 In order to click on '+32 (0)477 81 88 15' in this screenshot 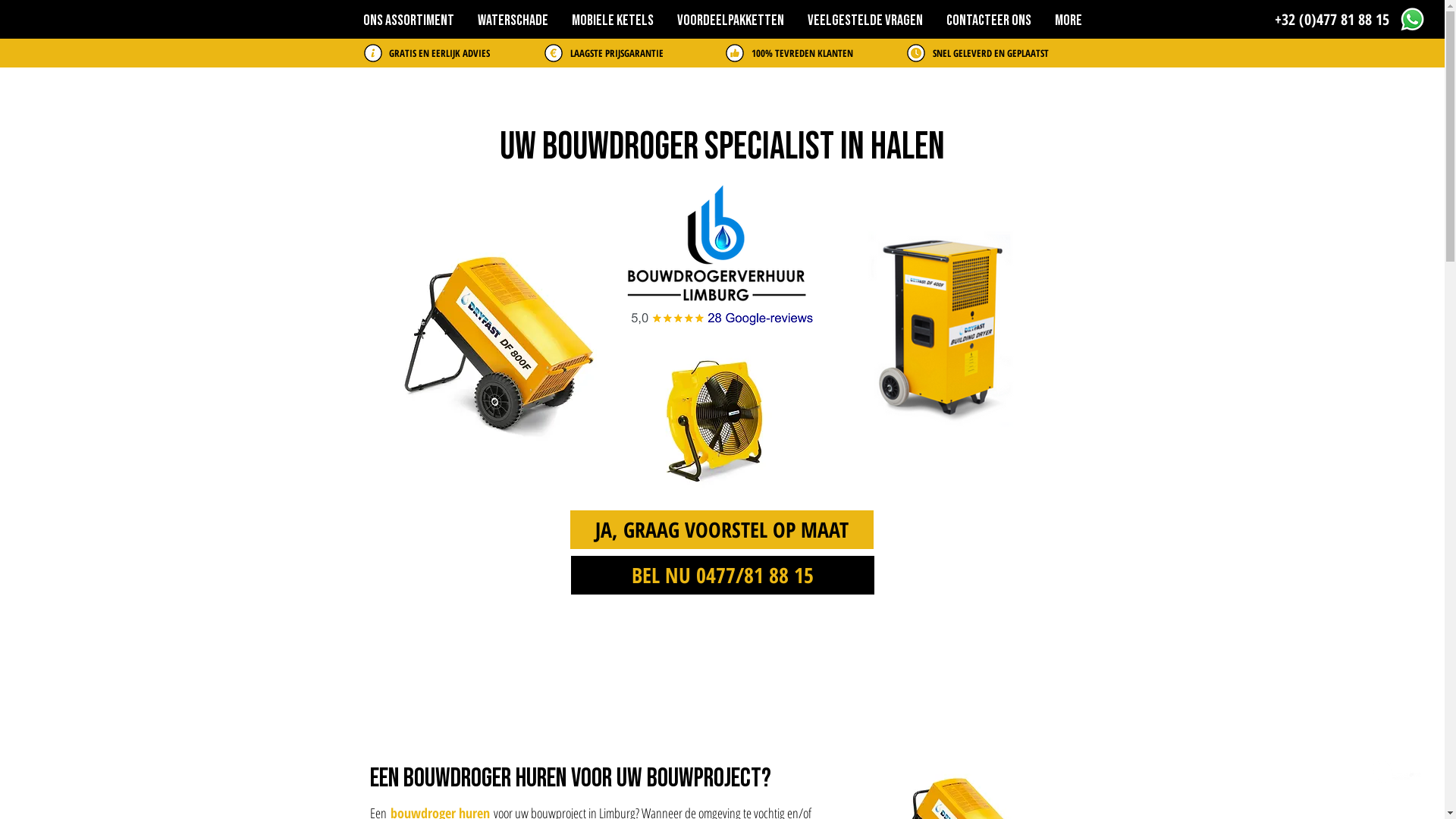, I will do `click(1274, 20)`.